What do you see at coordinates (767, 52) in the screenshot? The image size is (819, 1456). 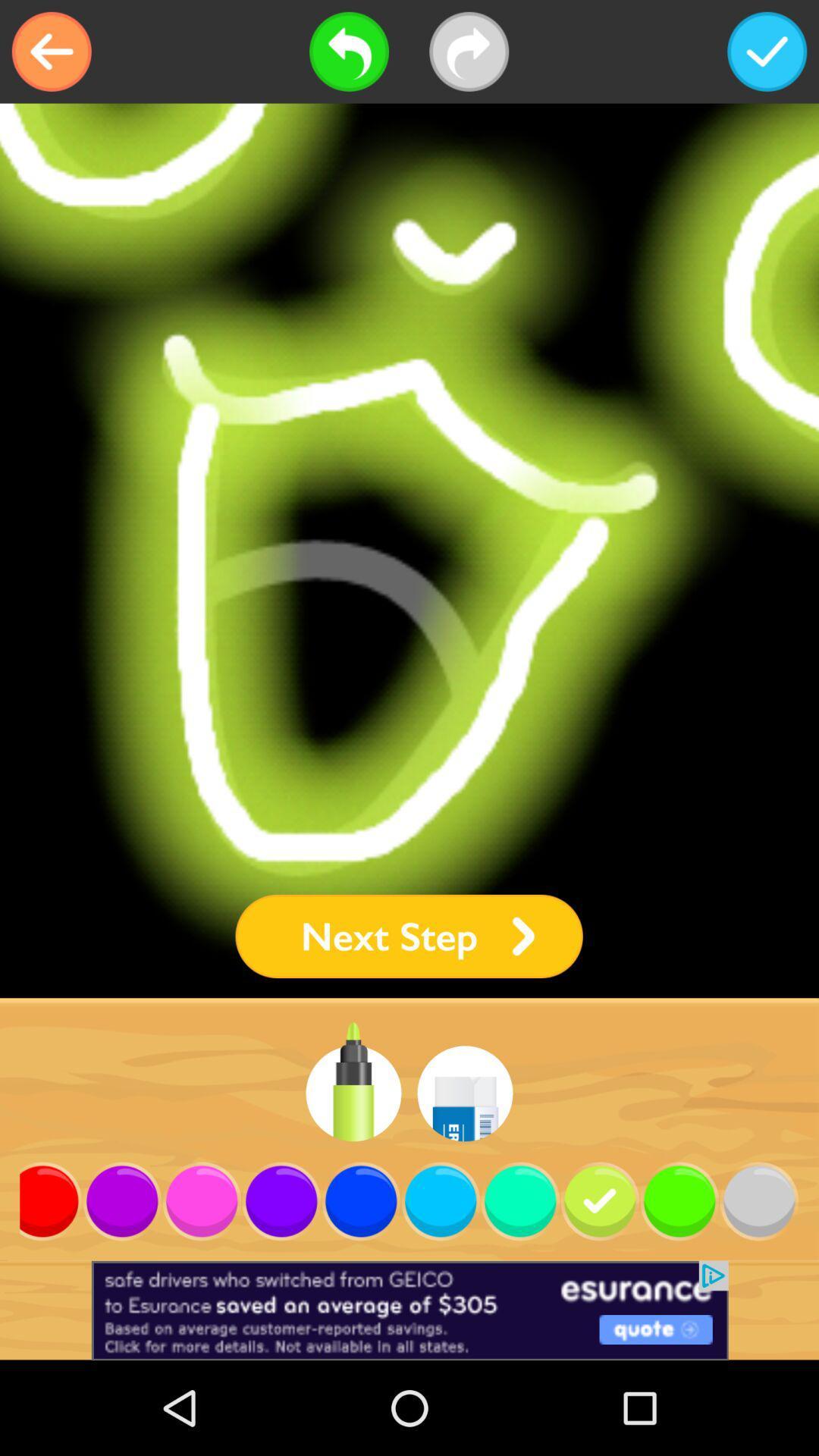 I see `submit` at bounding box center [767, 52].